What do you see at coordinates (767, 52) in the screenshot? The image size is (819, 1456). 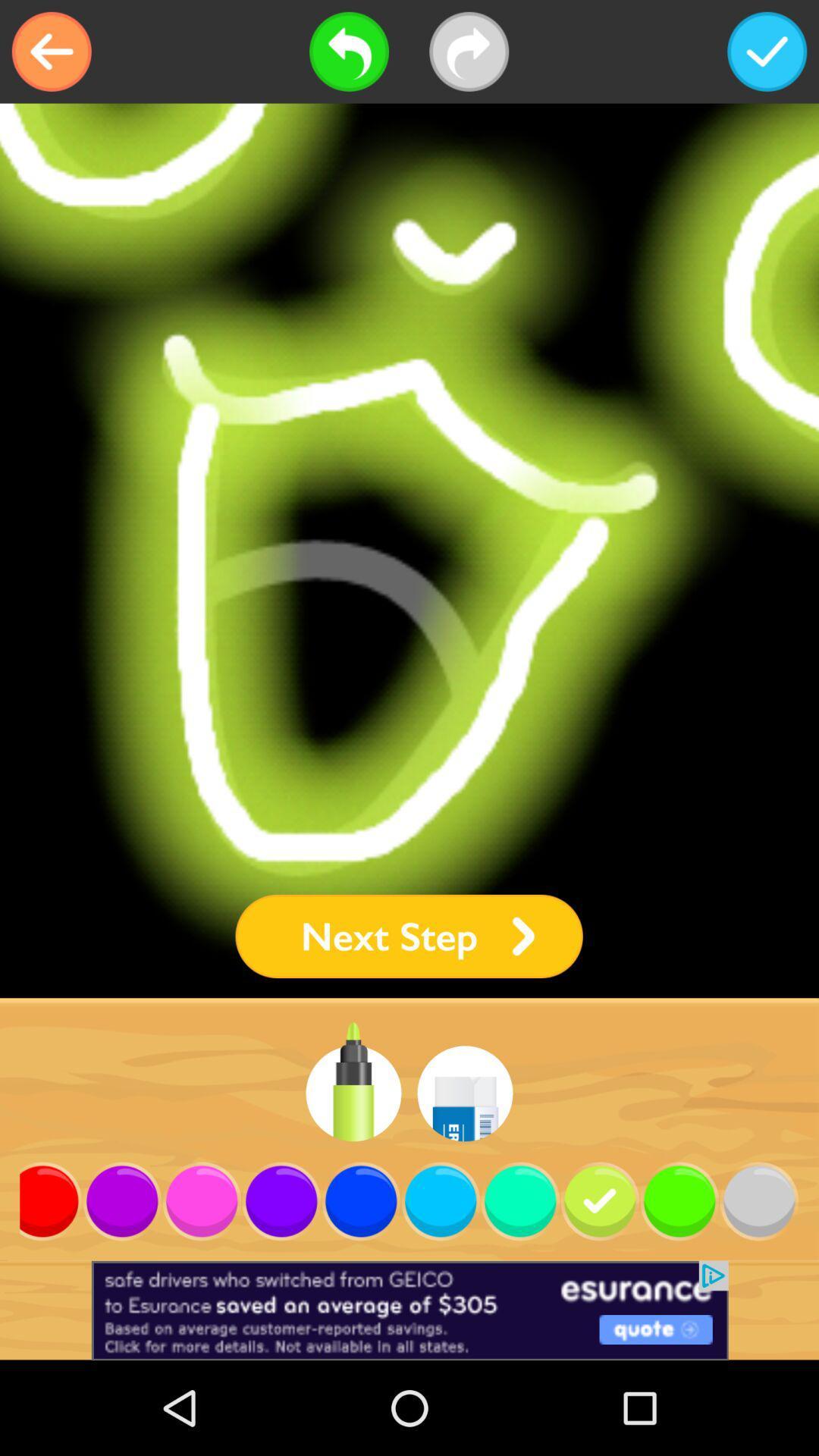 I see `submit` at bounding box center [767, 52].